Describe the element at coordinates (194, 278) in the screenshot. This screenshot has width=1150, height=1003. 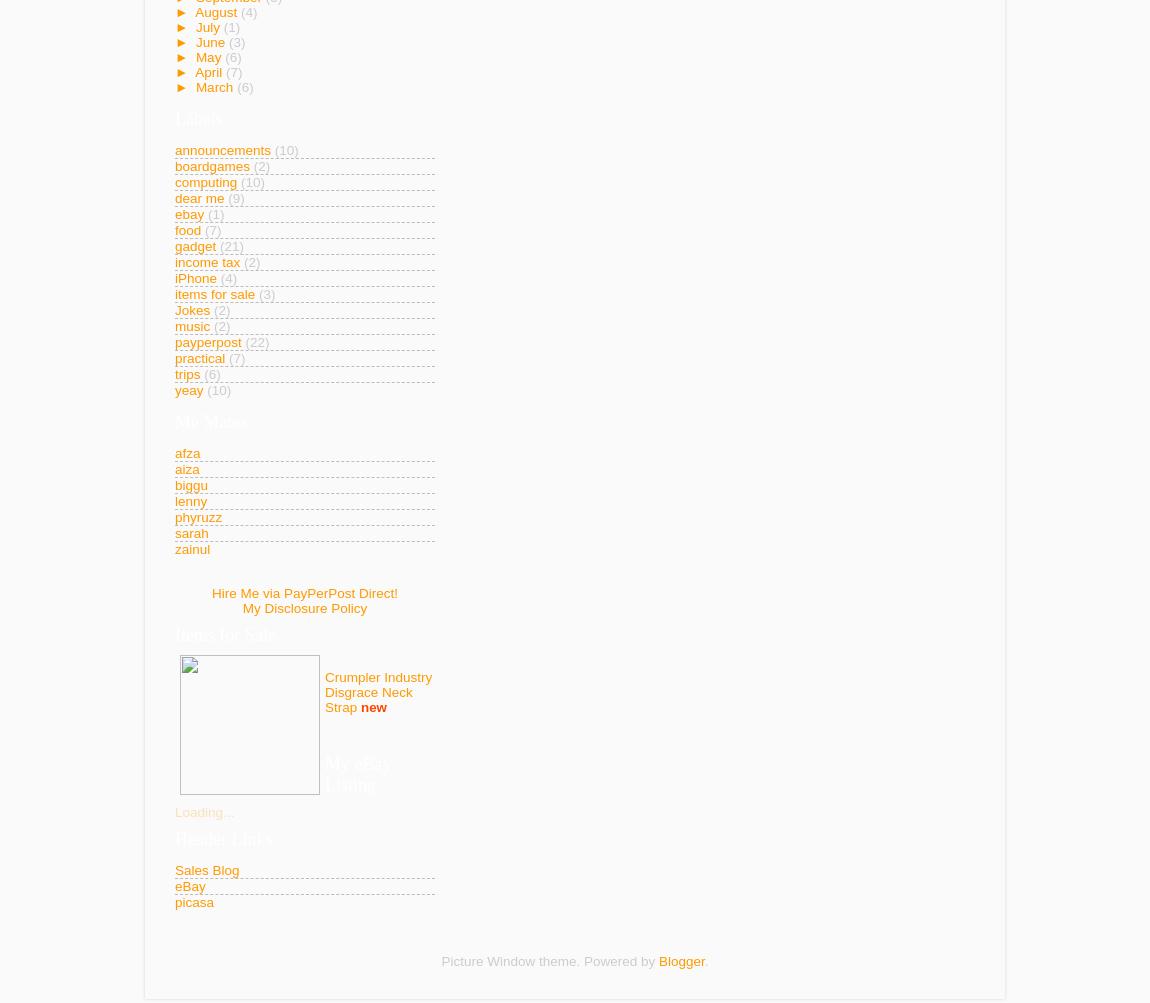
I see `'iPhone'` at that location.